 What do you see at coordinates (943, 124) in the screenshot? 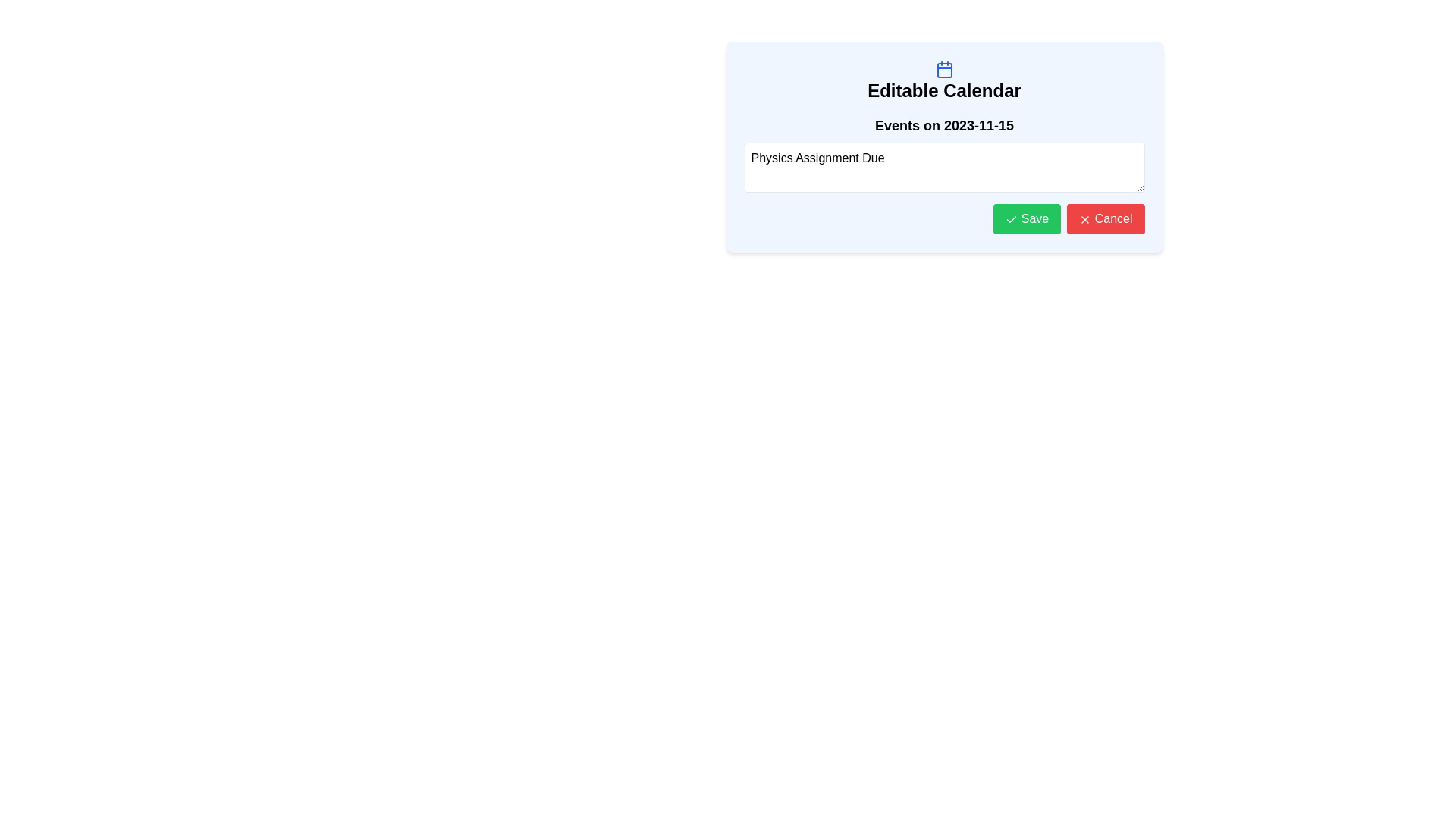
I see `text from the heading label that displays the date of the events in the Editable Calendar interface, located above the input field for 'Physics Assignment Due'` at bounding box center [943, 124].